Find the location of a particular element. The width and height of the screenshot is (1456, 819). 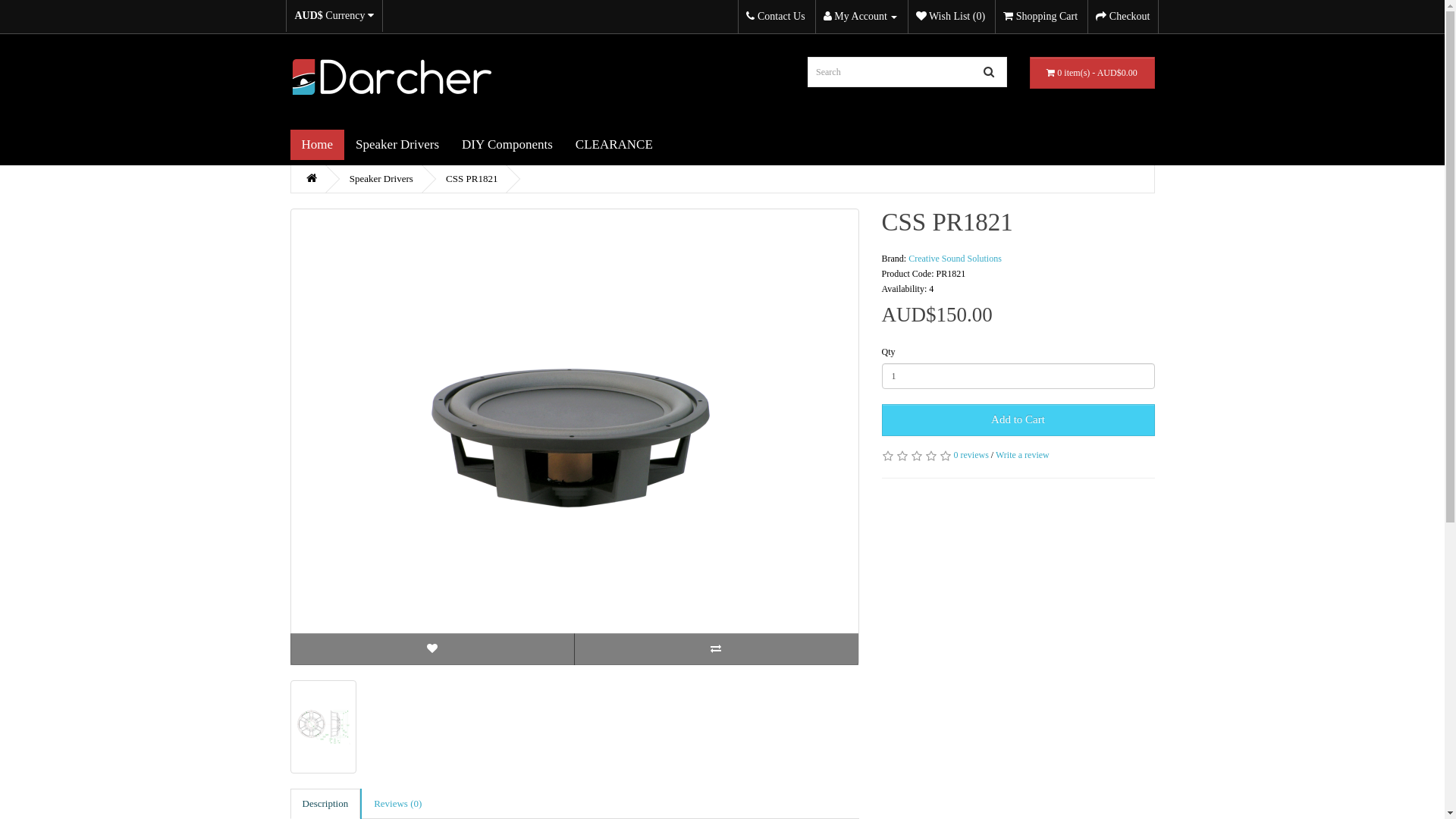

'Creative Sound Solutions' is located at coordinates (954, 257).